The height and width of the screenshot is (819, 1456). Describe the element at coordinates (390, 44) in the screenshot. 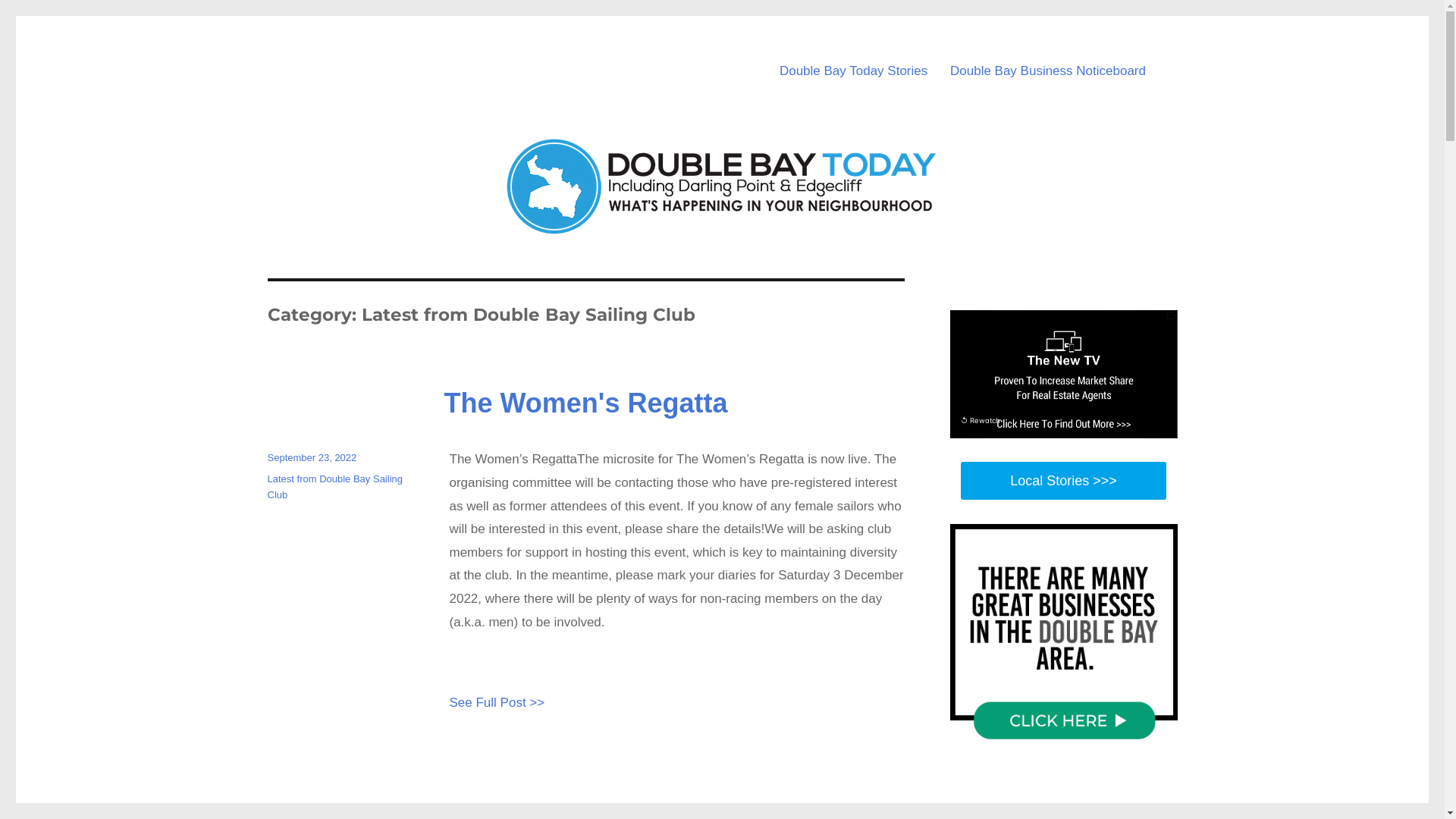

I see `'Double Bay Today'` at that location.